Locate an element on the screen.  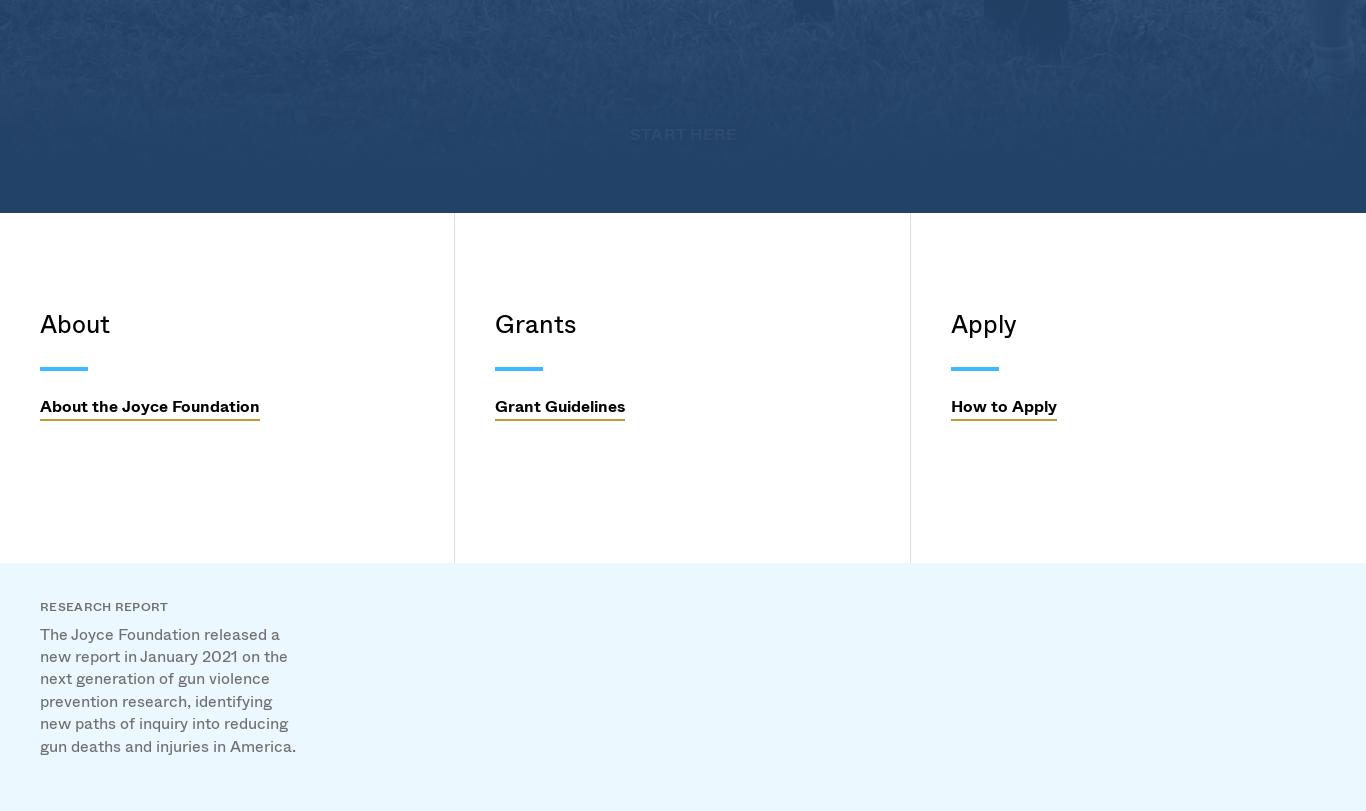
'Grants' is located at coordinates (561, 308).